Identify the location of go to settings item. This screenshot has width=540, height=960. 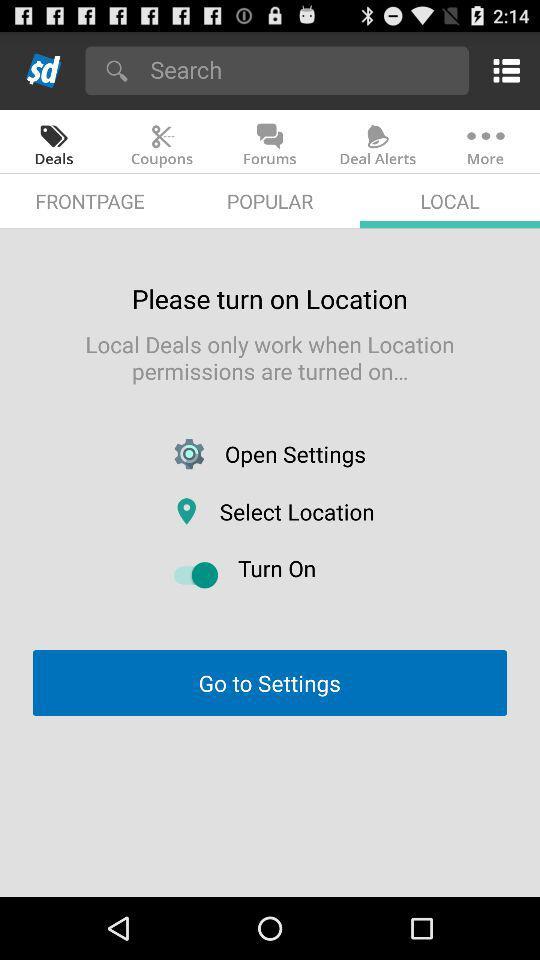
(269, 683).